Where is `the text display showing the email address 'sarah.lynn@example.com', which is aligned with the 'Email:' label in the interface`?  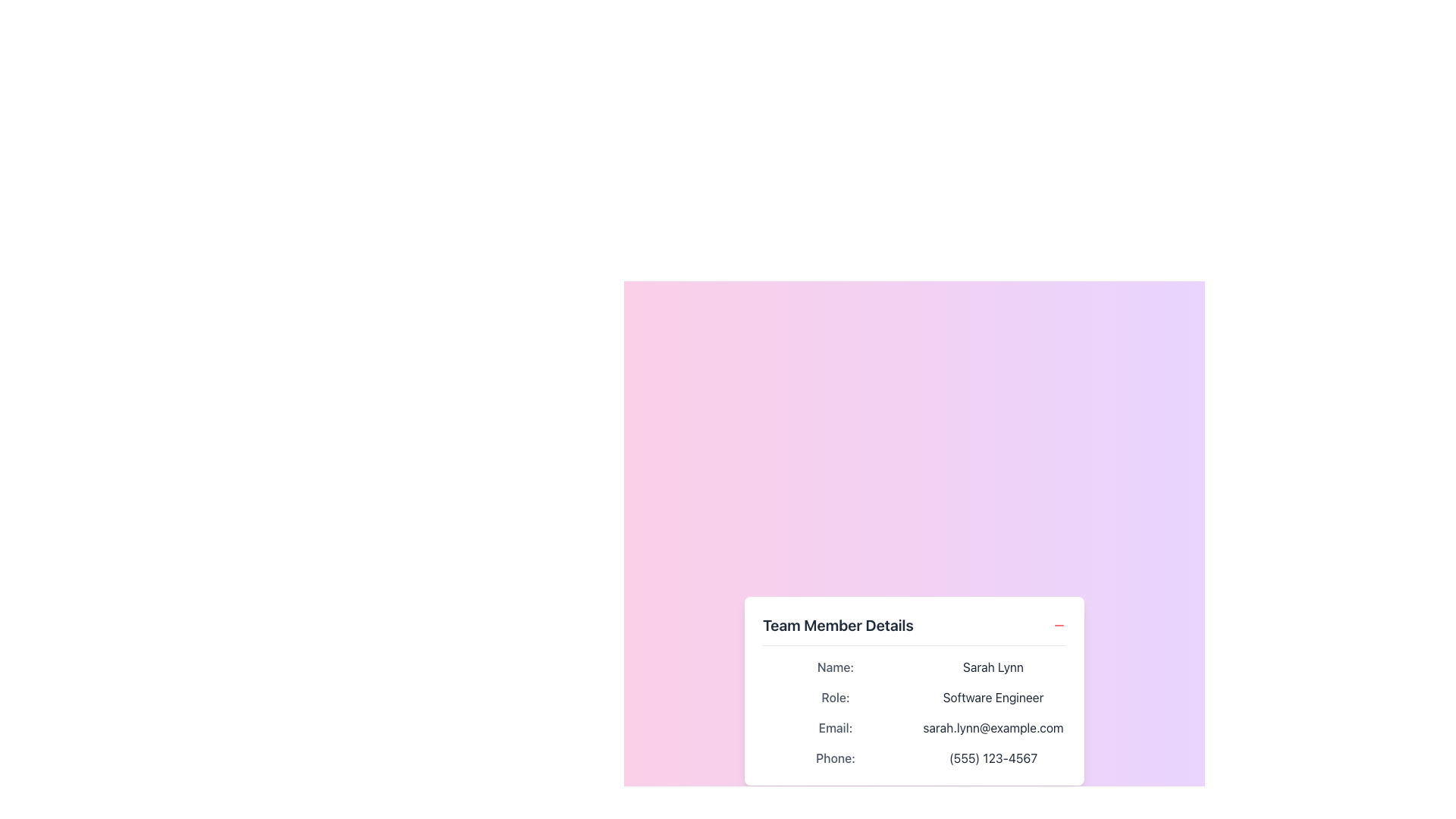 the text display showing the email address 'sarah.lynn@example.com', which is aligned with the 'Email:' label in the interface is located at coordinates (993, 726).